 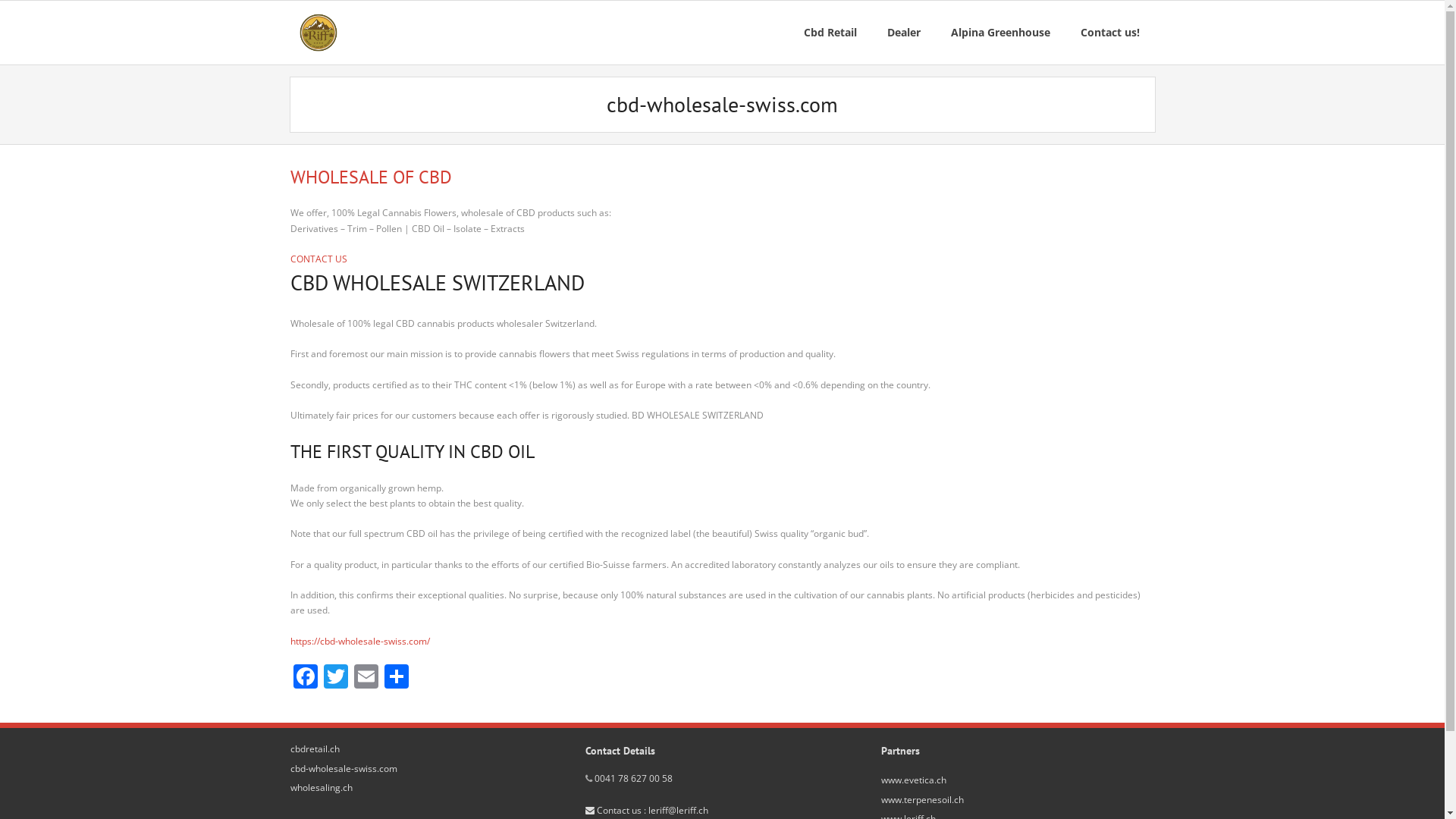 What do you see at coordinates (396, 677) in the screenshot?
I see `'Share'` at bounding box center [396, 677].